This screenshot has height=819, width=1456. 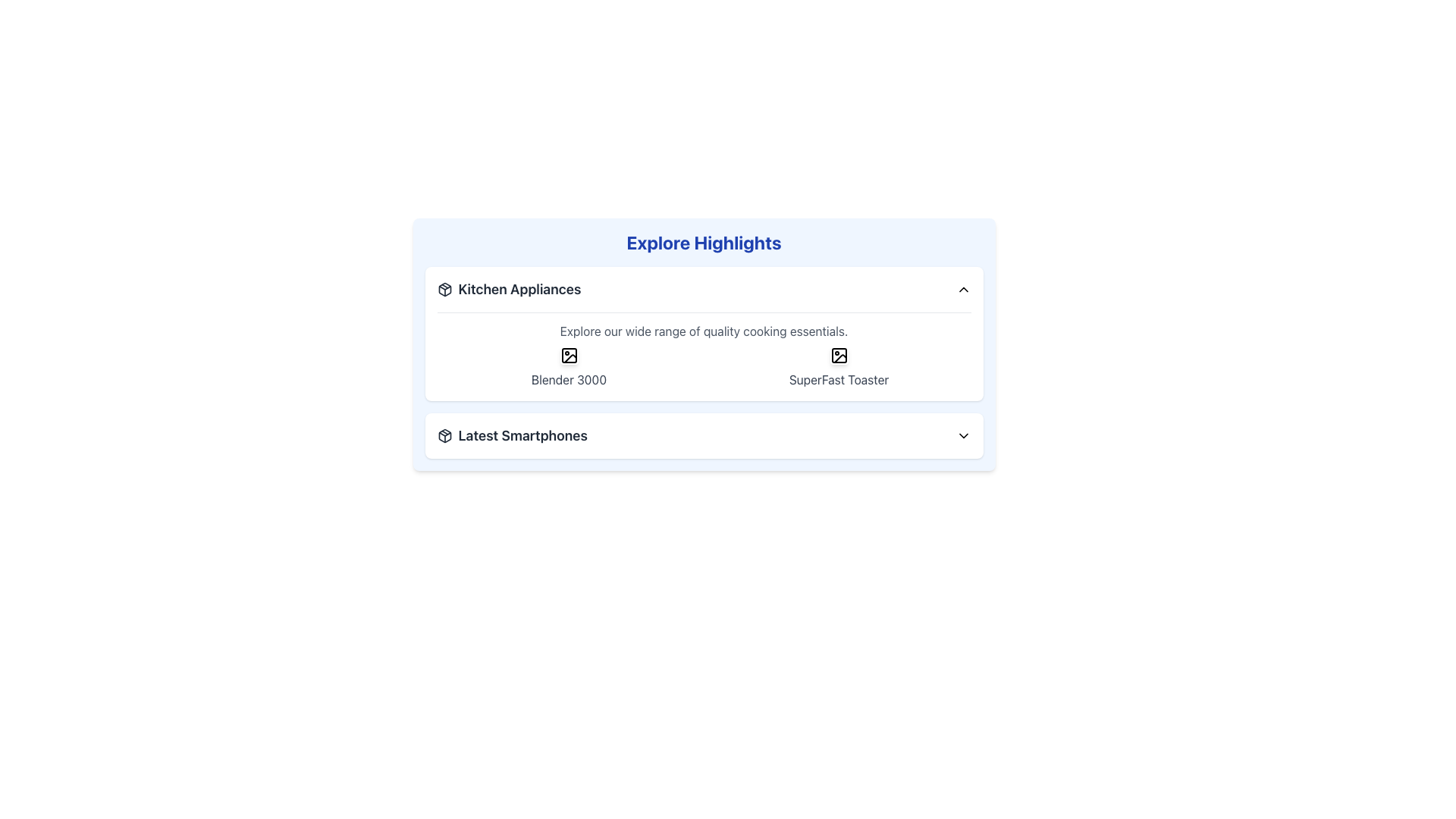 I want to click on the 'SuperFast Toaster' showcase item in the 'Kitchen Appliances' section, so click(x=838, y=368).